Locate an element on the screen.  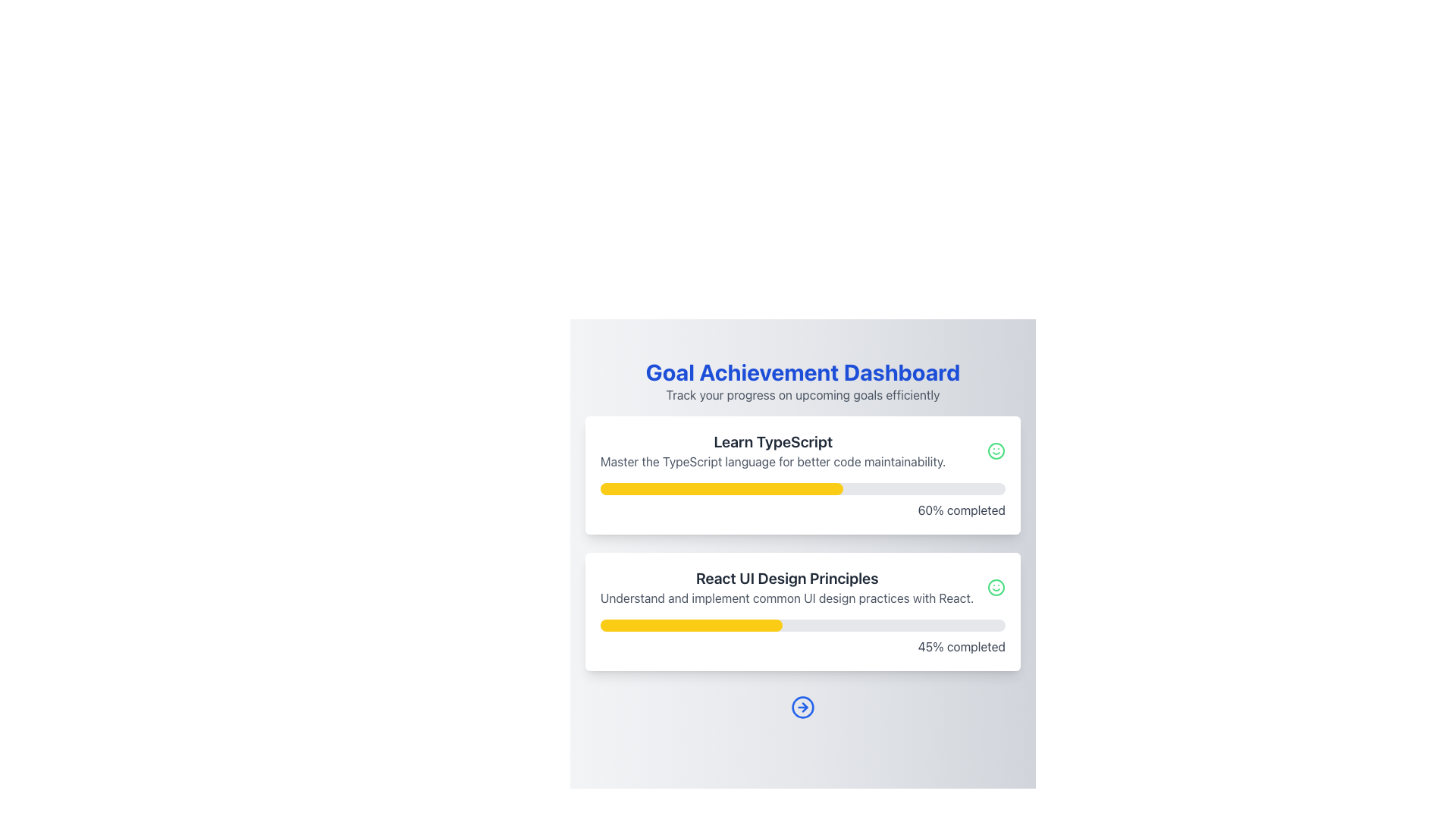
the blue rightward-facing arrow button enclosed within a circular outline is located at coordinates (802, 708).